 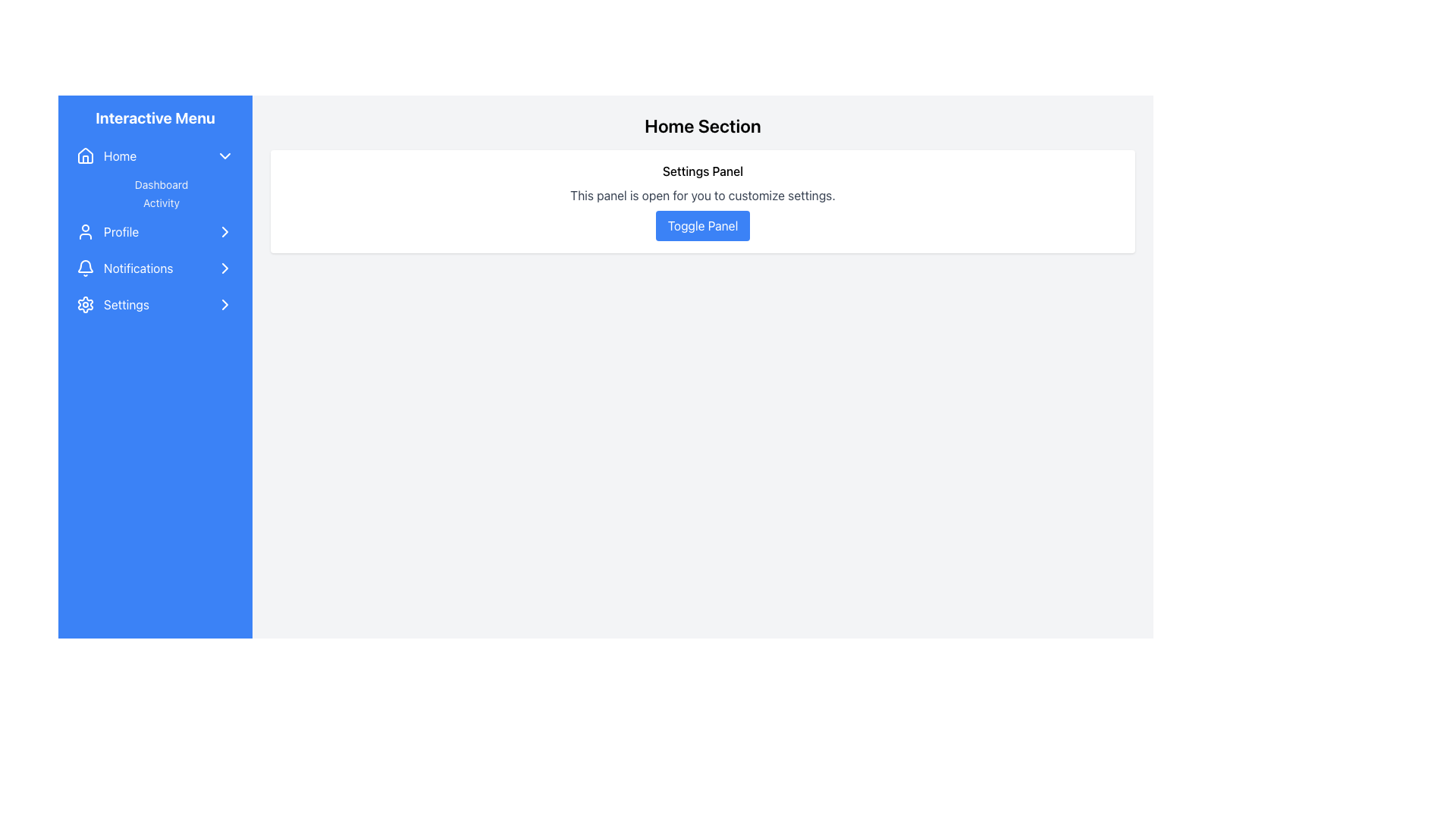 I want to click on the icon/button located at the far-right edge of the 'Profile' menu item in the sidebar navigation, so click(x=224, y=231).